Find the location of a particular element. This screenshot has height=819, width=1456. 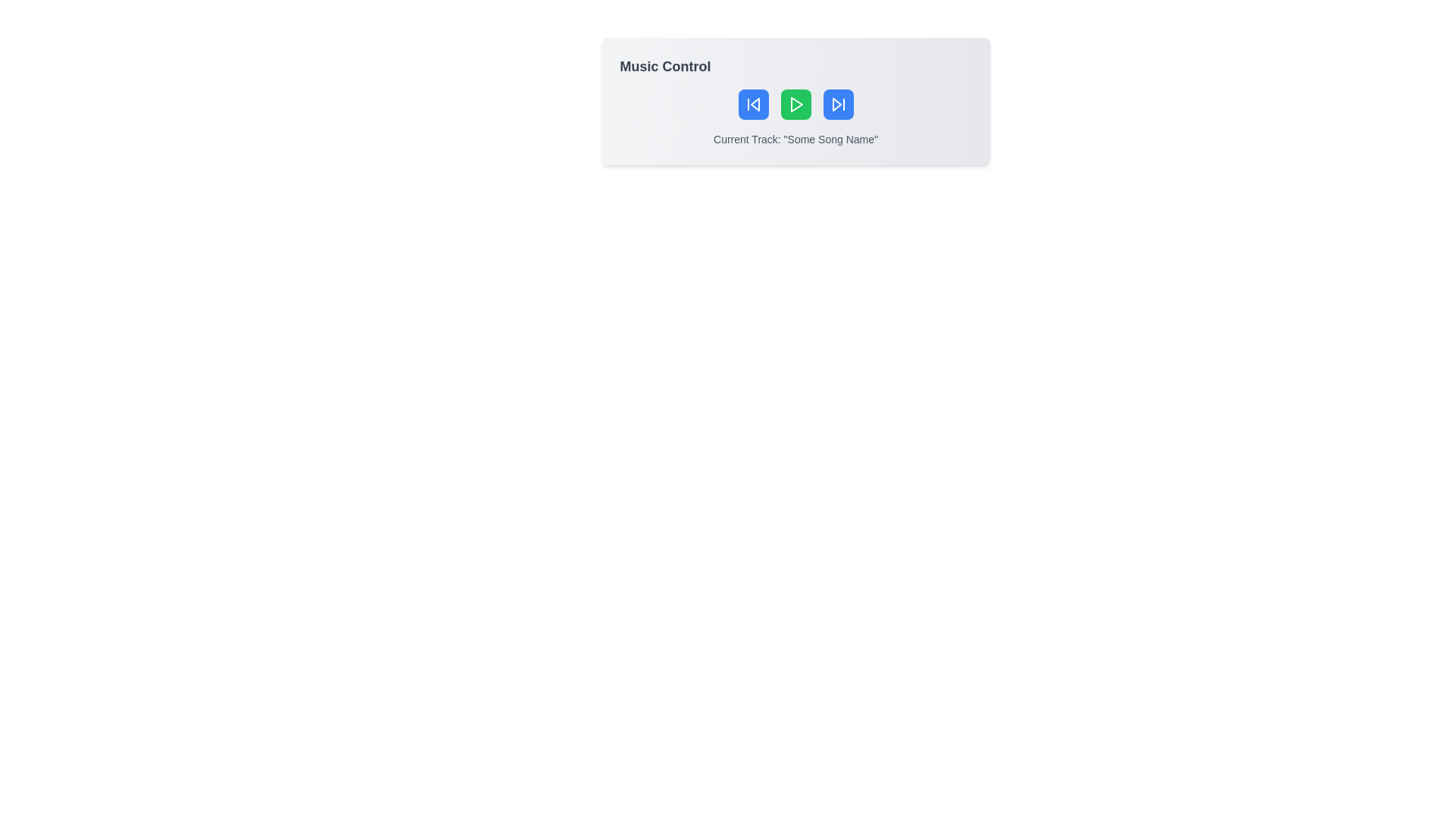

the backward skip icon button located in the Music Control section to skip to the previous track is located at coordinates (753, 104).